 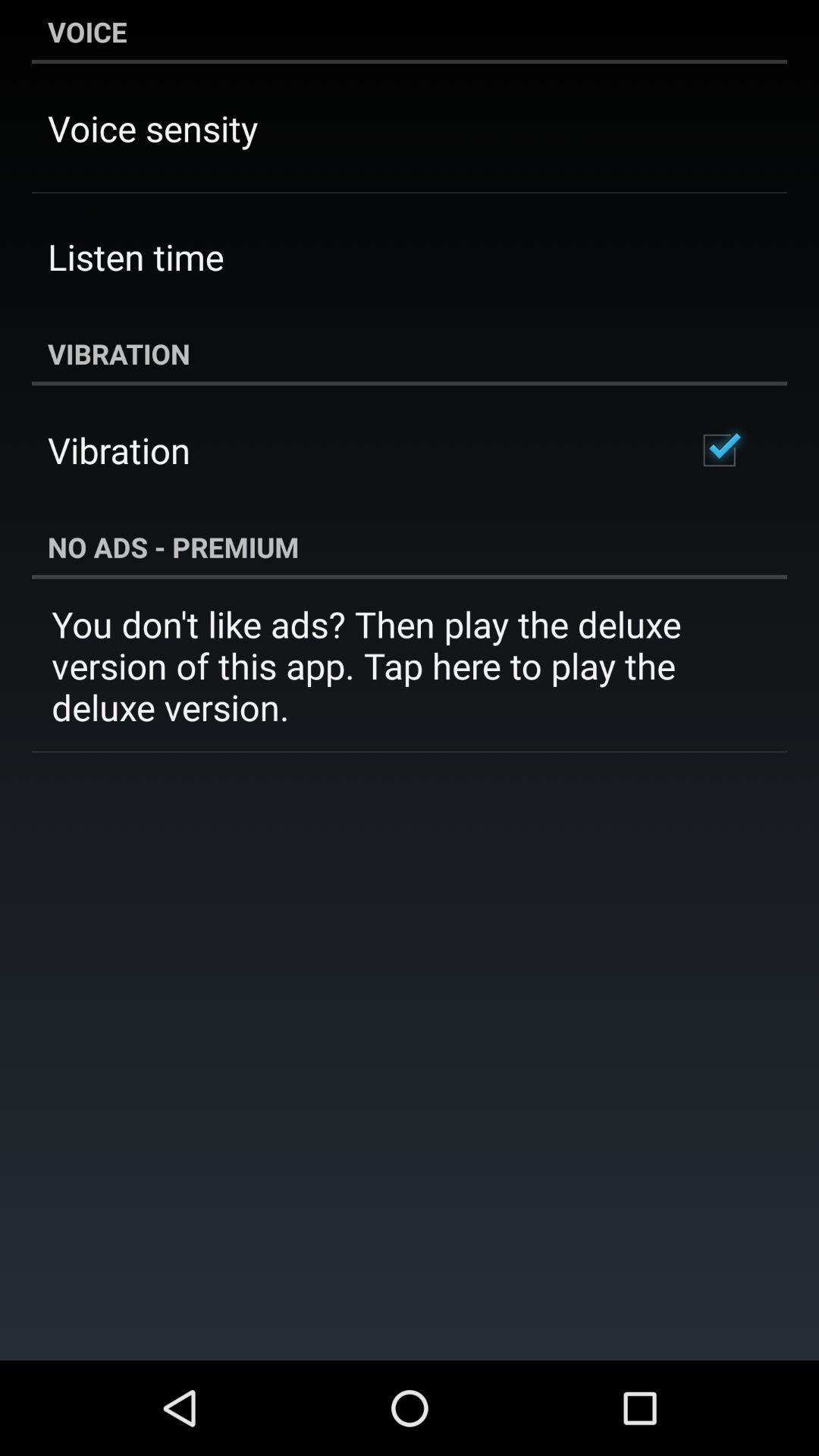 I want to click on the item below voice icon, so click(x=152, y=128).